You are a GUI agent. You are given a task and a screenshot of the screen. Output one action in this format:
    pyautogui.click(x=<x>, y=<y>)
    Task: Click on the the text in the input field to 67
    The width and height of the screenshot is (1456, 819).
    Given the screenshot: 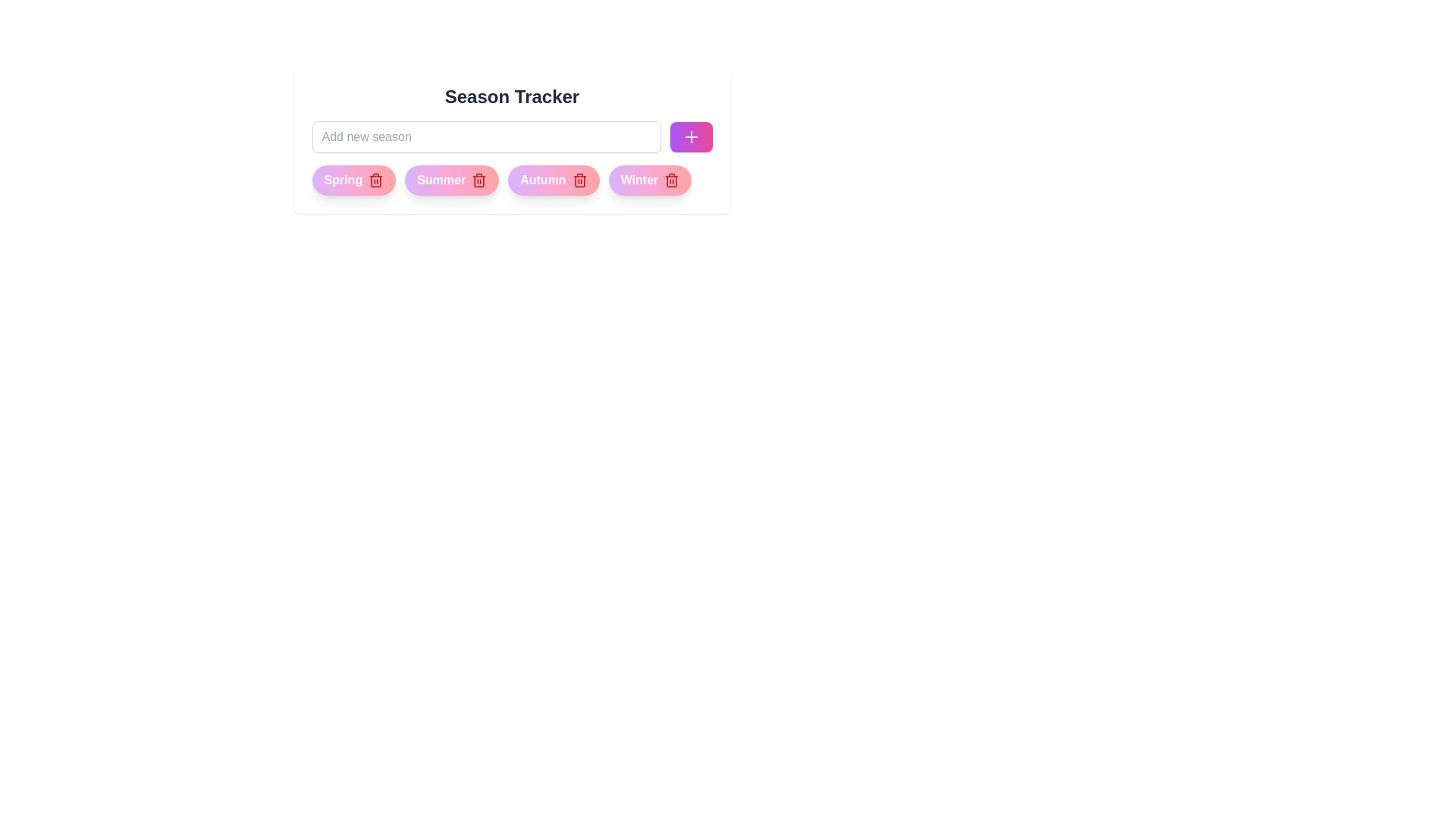 What is the action you would take?
    pyautogui.click(x=486, y=137)
    